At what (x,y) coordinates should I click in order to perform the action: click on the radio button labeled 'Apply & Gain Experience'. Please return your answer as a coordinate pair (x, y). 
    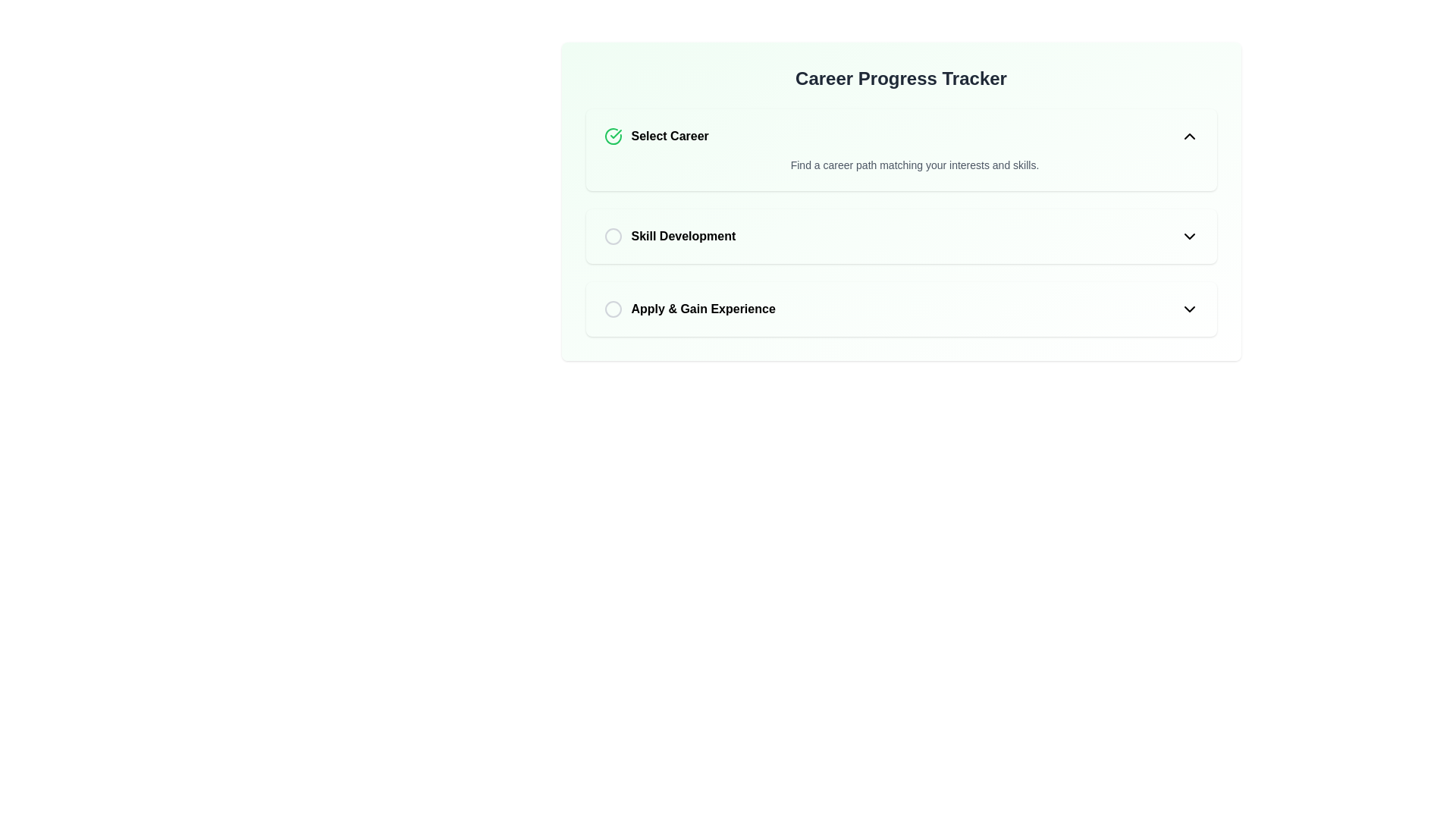
    Looking at the image, I should click on (689, 309).